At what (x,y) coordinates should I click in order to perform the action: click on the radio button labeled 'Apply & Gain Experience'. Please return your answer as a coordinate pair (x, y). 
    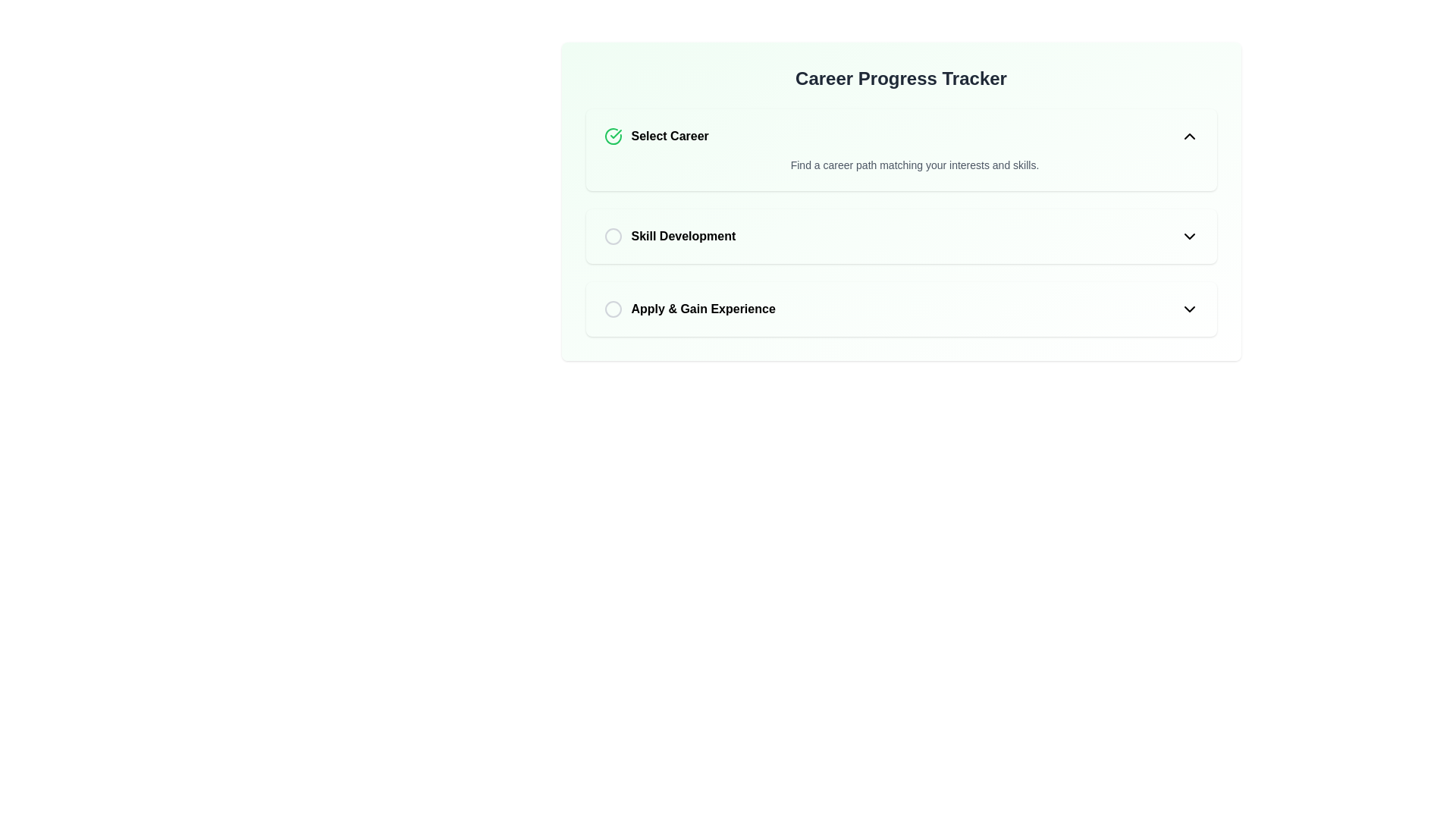
    Looking at the image, I should click on (689, 309).